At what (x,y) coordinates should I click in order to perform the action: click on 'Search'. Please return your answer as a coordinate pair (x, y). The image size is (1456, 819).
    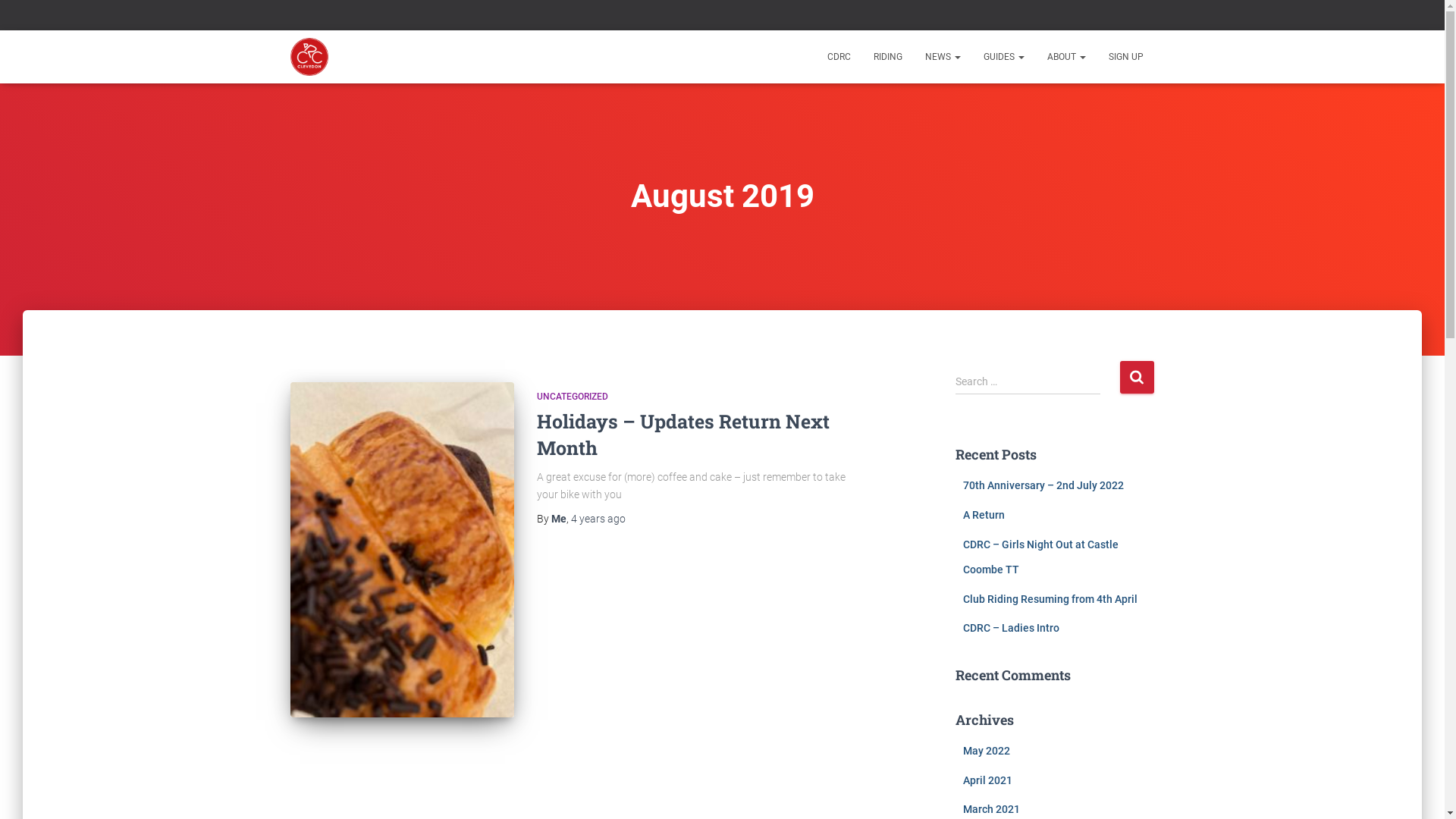
    Looking at the image, I should click on (1119, 376).